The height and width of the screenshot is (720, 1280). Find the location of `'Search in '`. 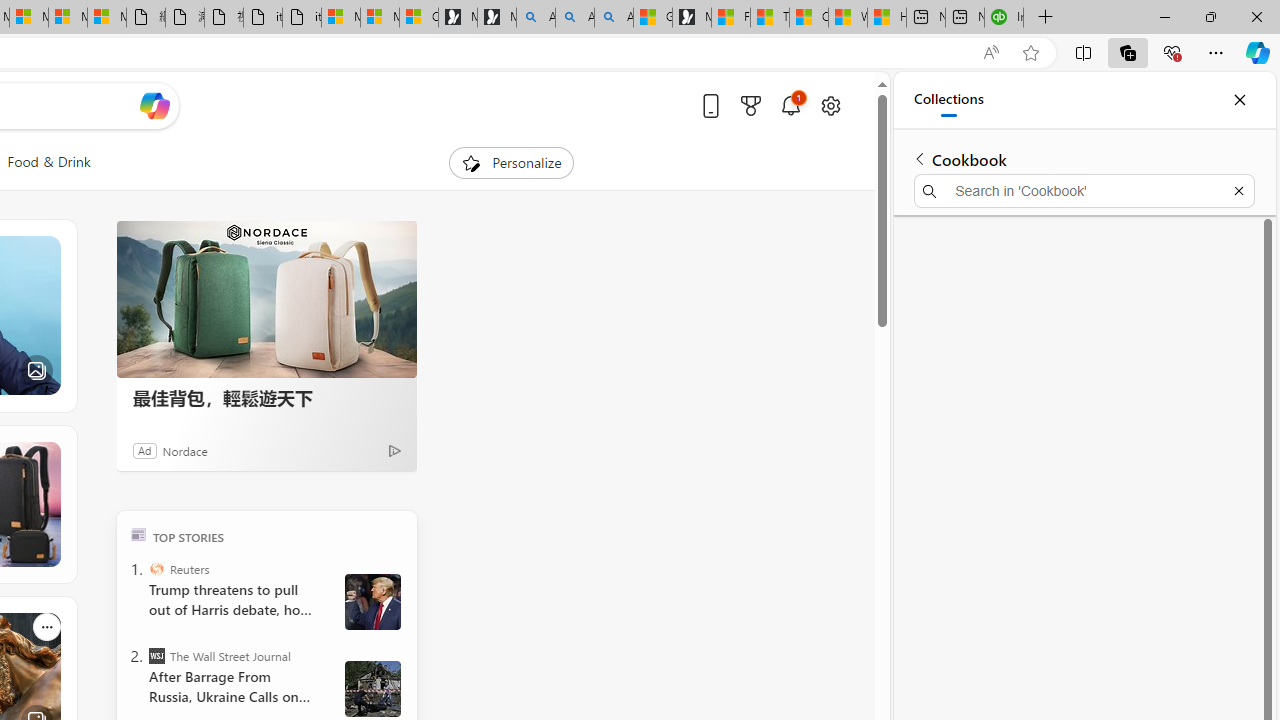

'Search in ' is located at coordinates (1083, 191).